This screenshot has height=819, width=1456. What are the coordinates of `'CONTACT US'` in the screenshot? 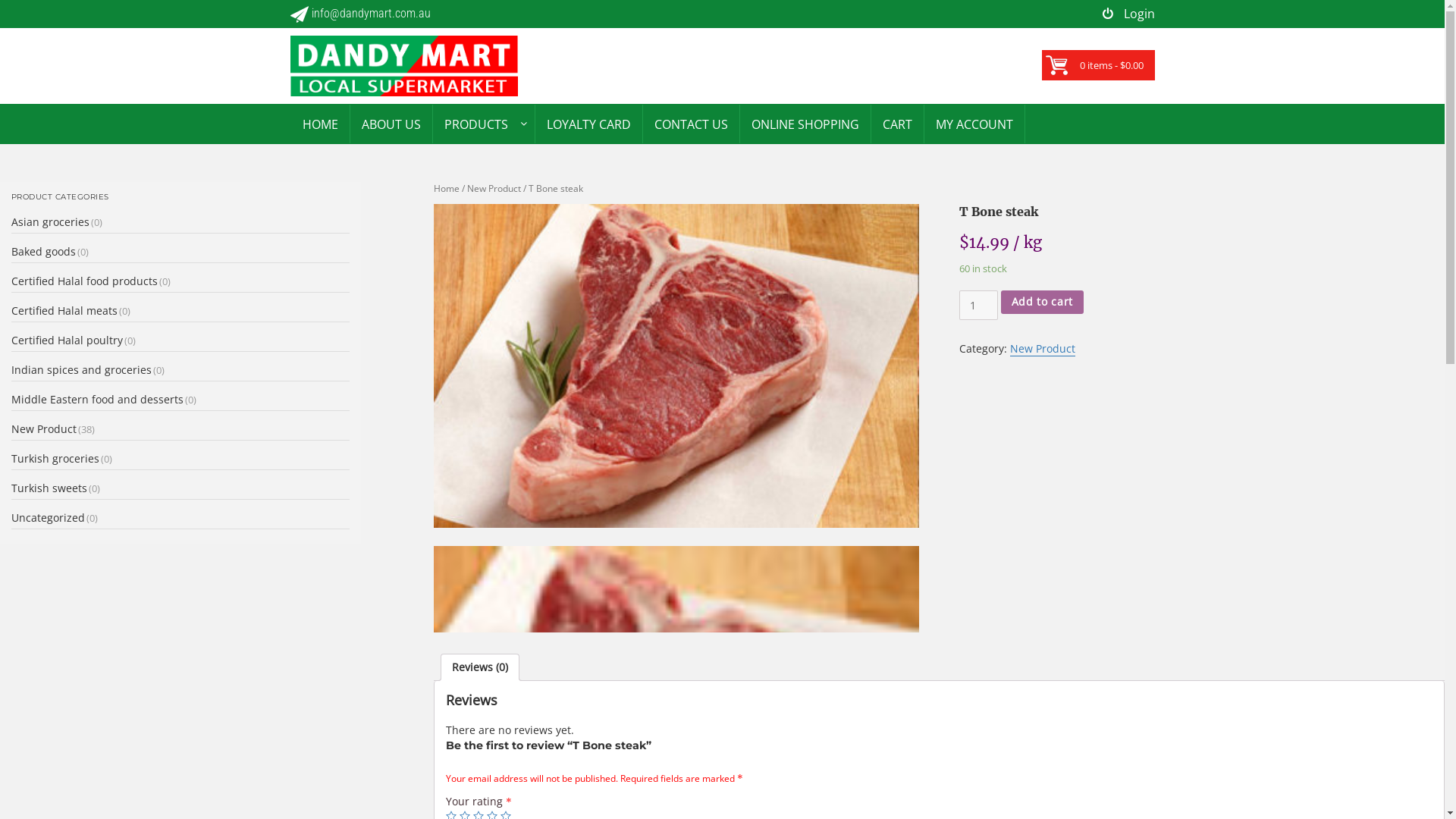 It's located at (690, 123).